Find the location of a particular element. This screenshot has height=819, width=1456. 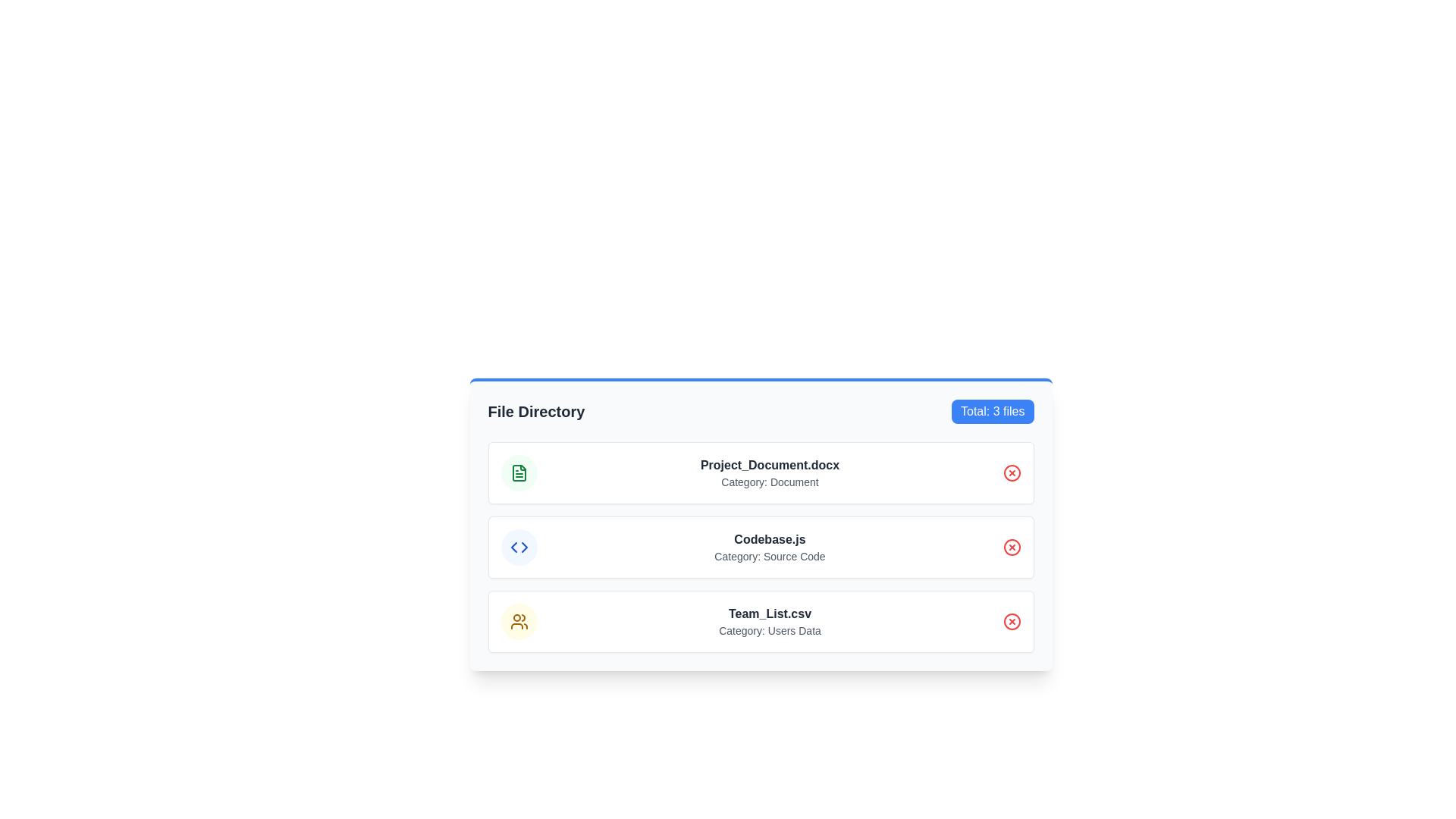

the delete button, which is red and has a cross symbol, associated with the file 'Project_Document.docx' to trigger a hover effect is located at coordinates (1012, 472).